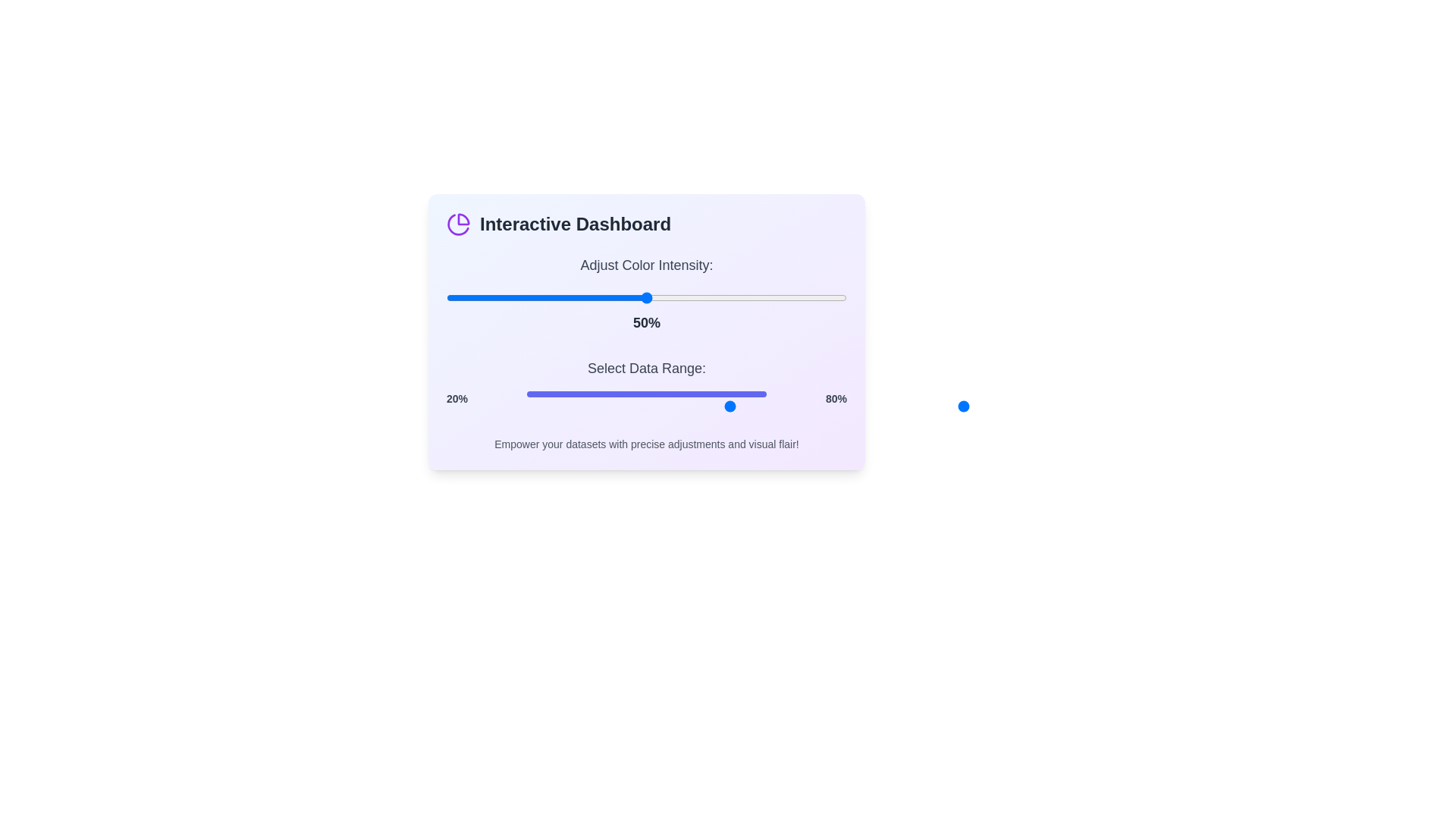 Image resolution: width=1456 pixels, height=819 pixels. Describe the element at coordinates (647, 394) in the screenshot. I see `the progress bar element located underneath the 'Select Data Range:' label, which is a narrow horizontal bar with a blue background and rounded ends` at that location.